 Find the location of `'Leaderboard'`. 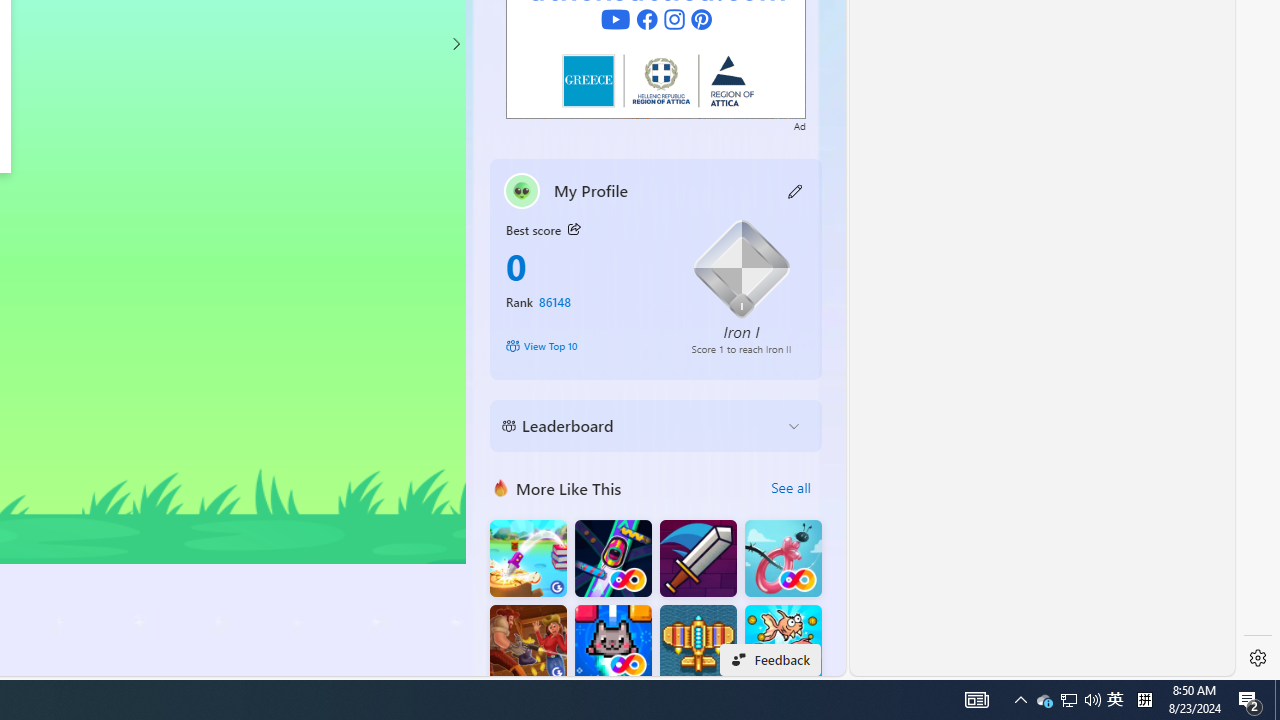

'Leaderboard' is located at coordinates (640, 424).